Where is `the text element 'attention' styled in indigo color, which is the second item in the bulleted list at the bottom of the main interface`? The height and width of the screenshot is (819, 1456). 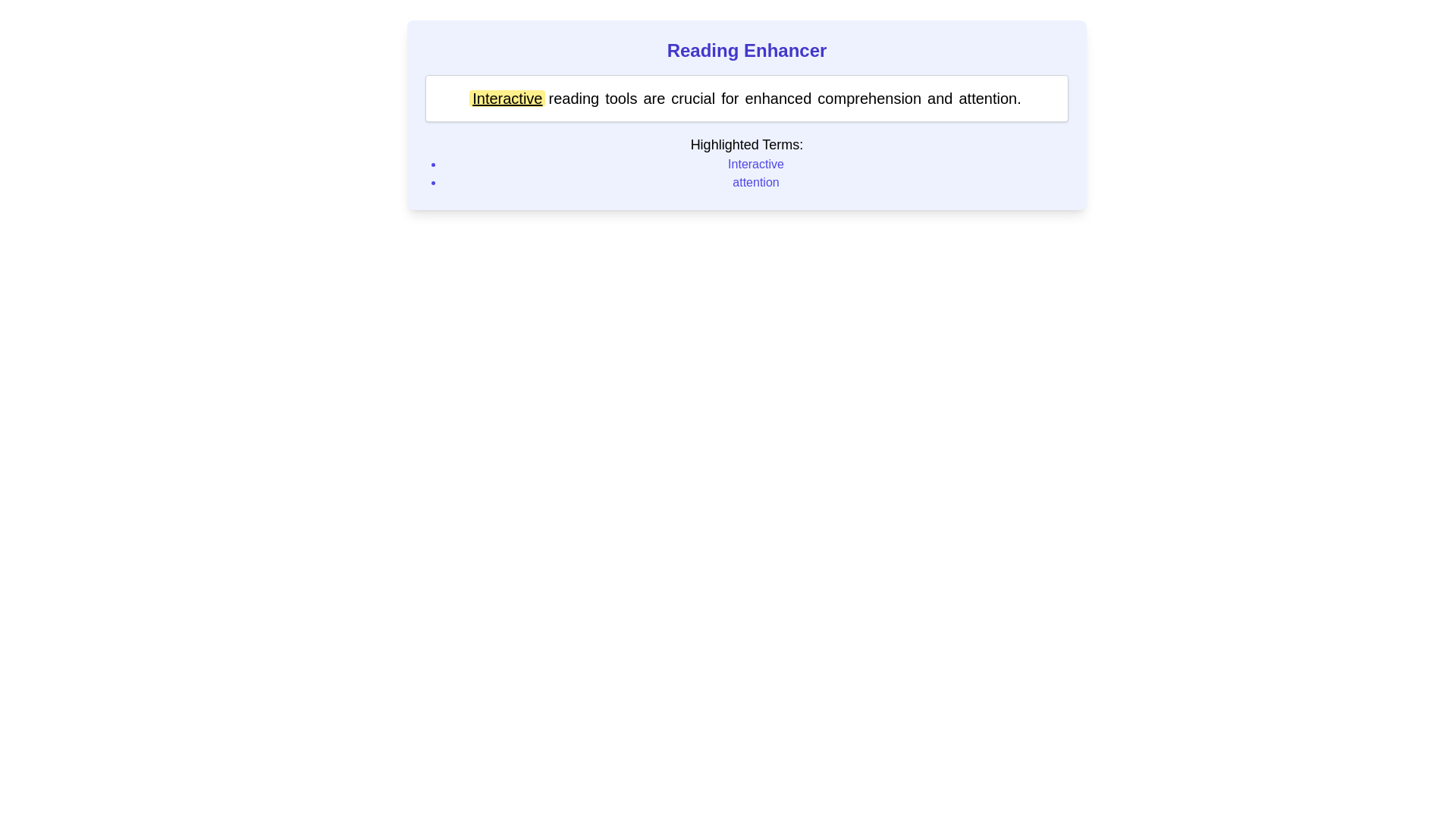 the text element 'attention' styled in indigo color, which is the second item in the bulleted list at the bottom of the main interface is located at coordinates (756, 181).